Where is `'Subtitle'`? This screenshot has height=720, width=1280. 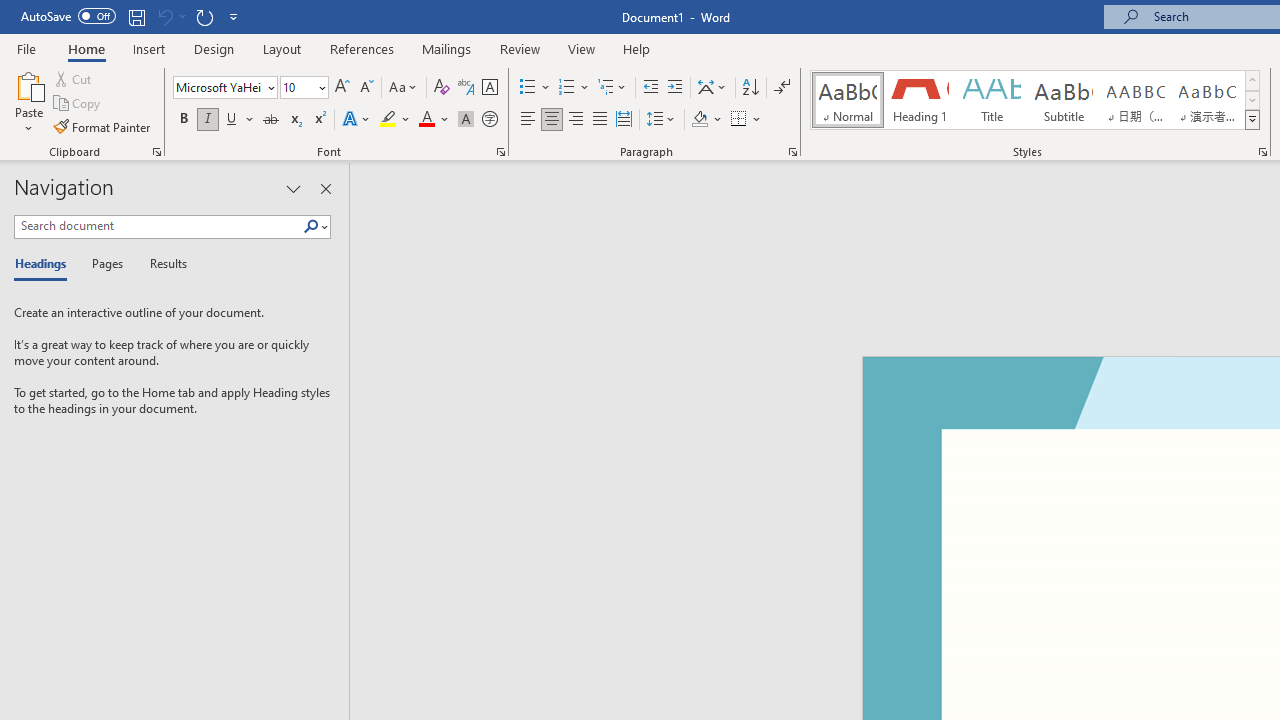
'Subtitle' is located at coordinates (1062, 100).